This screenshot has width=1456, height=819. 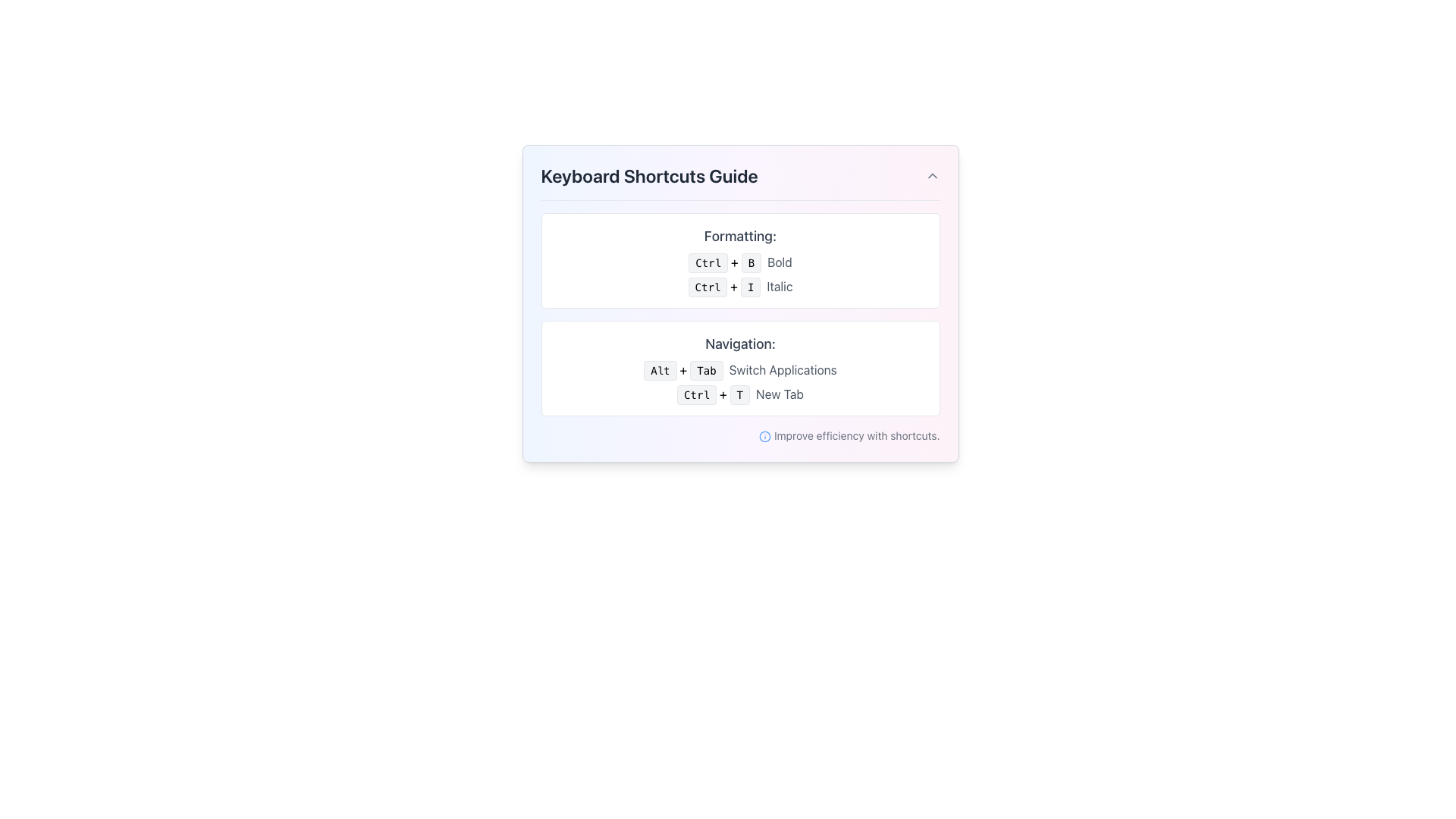 What do you see at coordinates (780, 394) in the screenshot?
I see `the static text component labeled 'New Tab', which is styled in a small gray font and positioned in the 'Navigation' section of the 'Keyboard Shortcuts Guide' panel` at bounding box center [780, 394].